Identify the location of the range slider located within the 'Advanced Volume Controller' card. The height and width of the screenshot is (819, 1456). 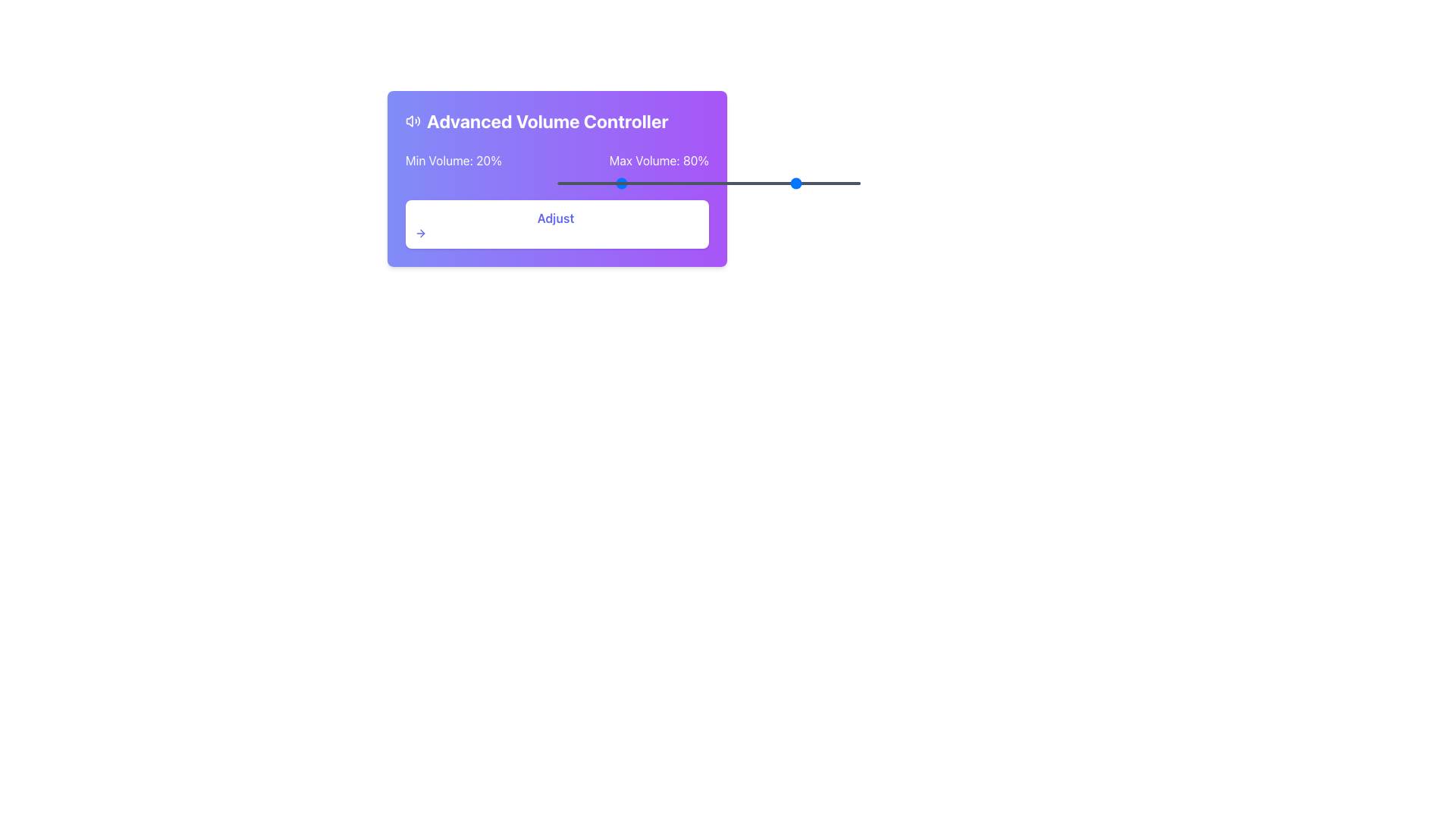
(708, 183).